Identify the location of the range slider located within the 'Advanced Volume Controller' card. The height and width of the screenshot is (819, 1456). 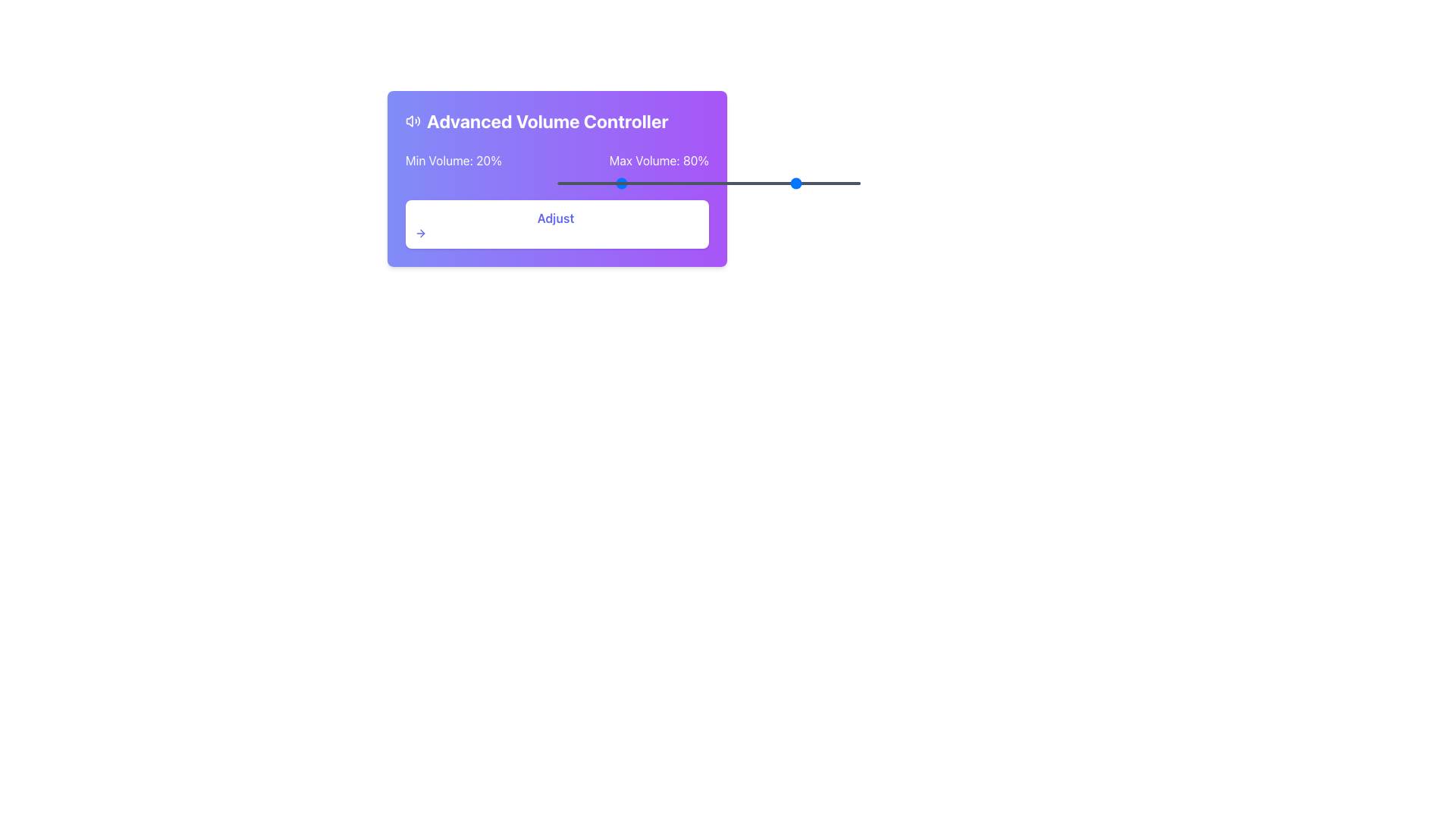
(708, 183).